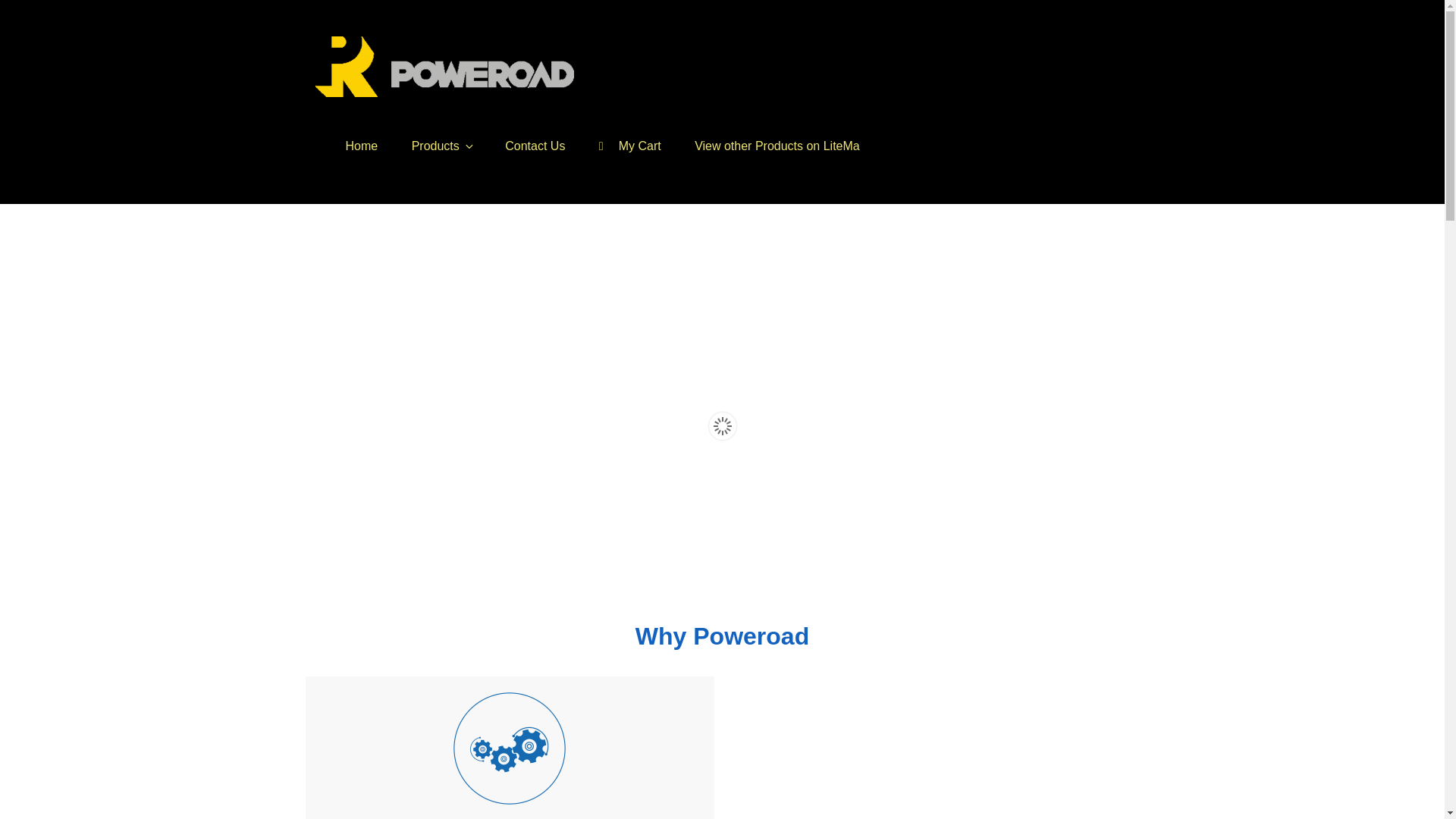 This screenshot has height=819, width=1456. I want to click on 'View other Products on LiteMa', so click(777, 146).